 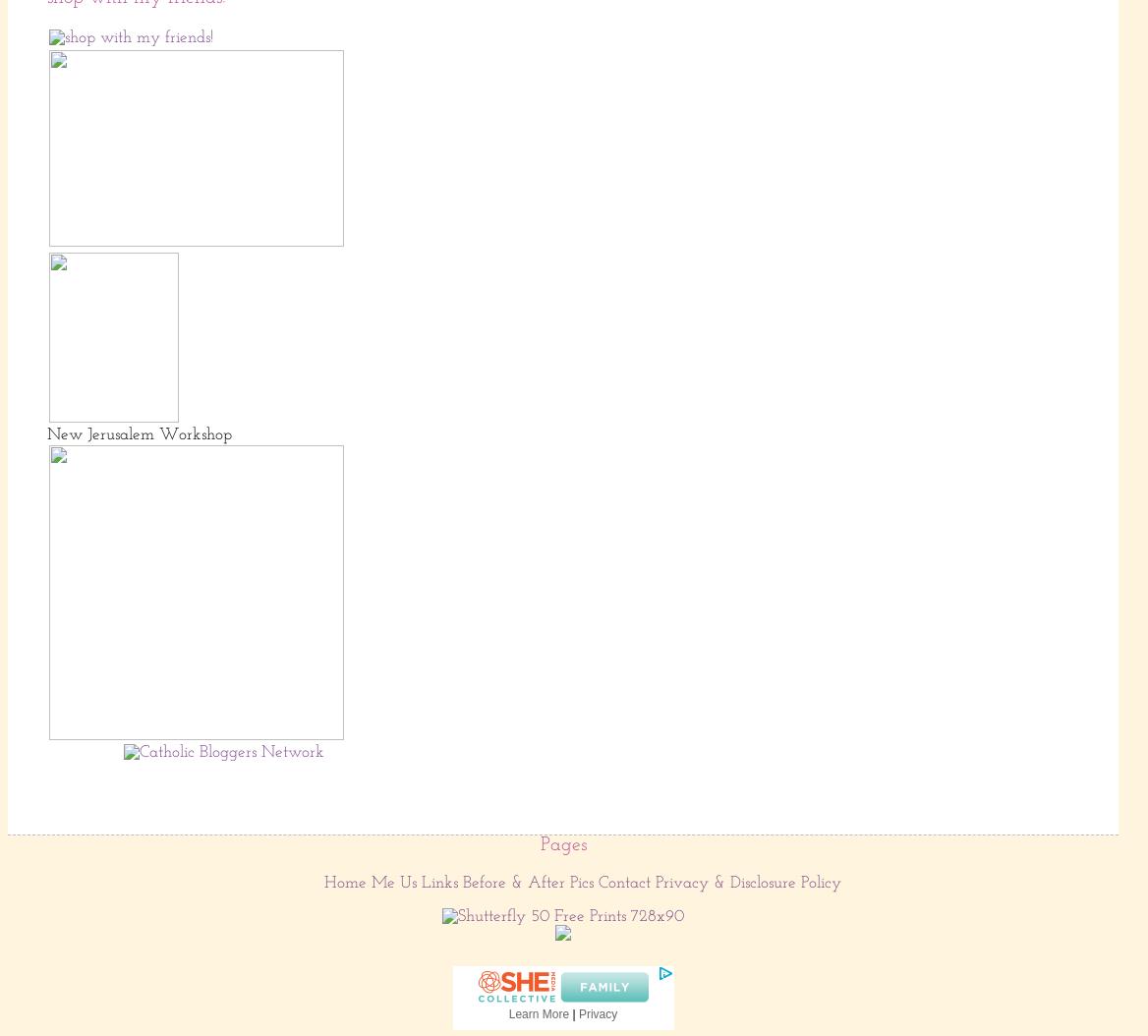 What do you see at coordinates (538, 1012) in the screenshot?
I see `'Learn More'` at bounding box center [538, 1012].